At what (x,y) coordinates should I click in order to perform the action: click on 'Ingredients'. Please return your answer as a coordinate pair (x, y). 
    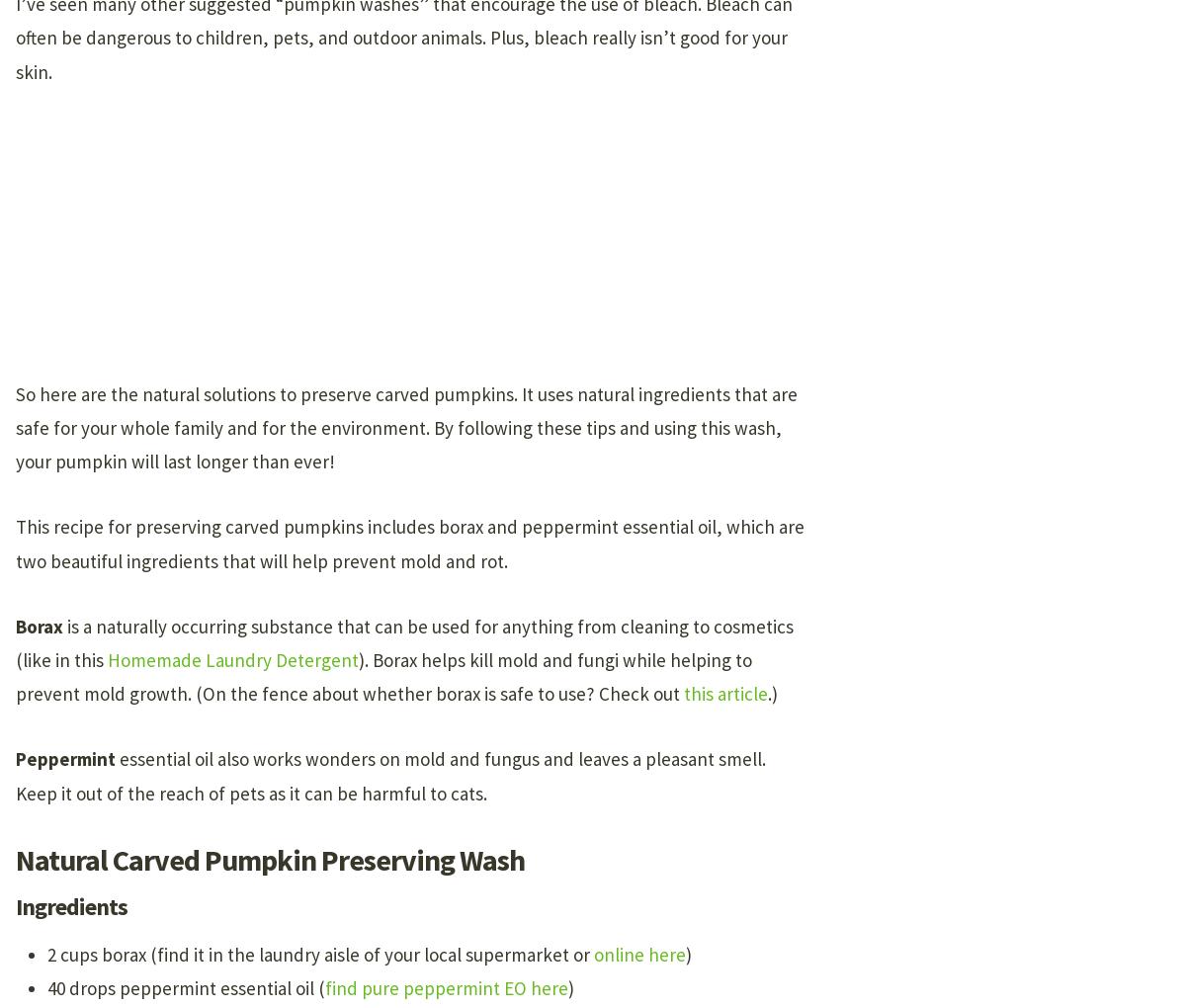
    Looking at the image, I should click on (71, 905).